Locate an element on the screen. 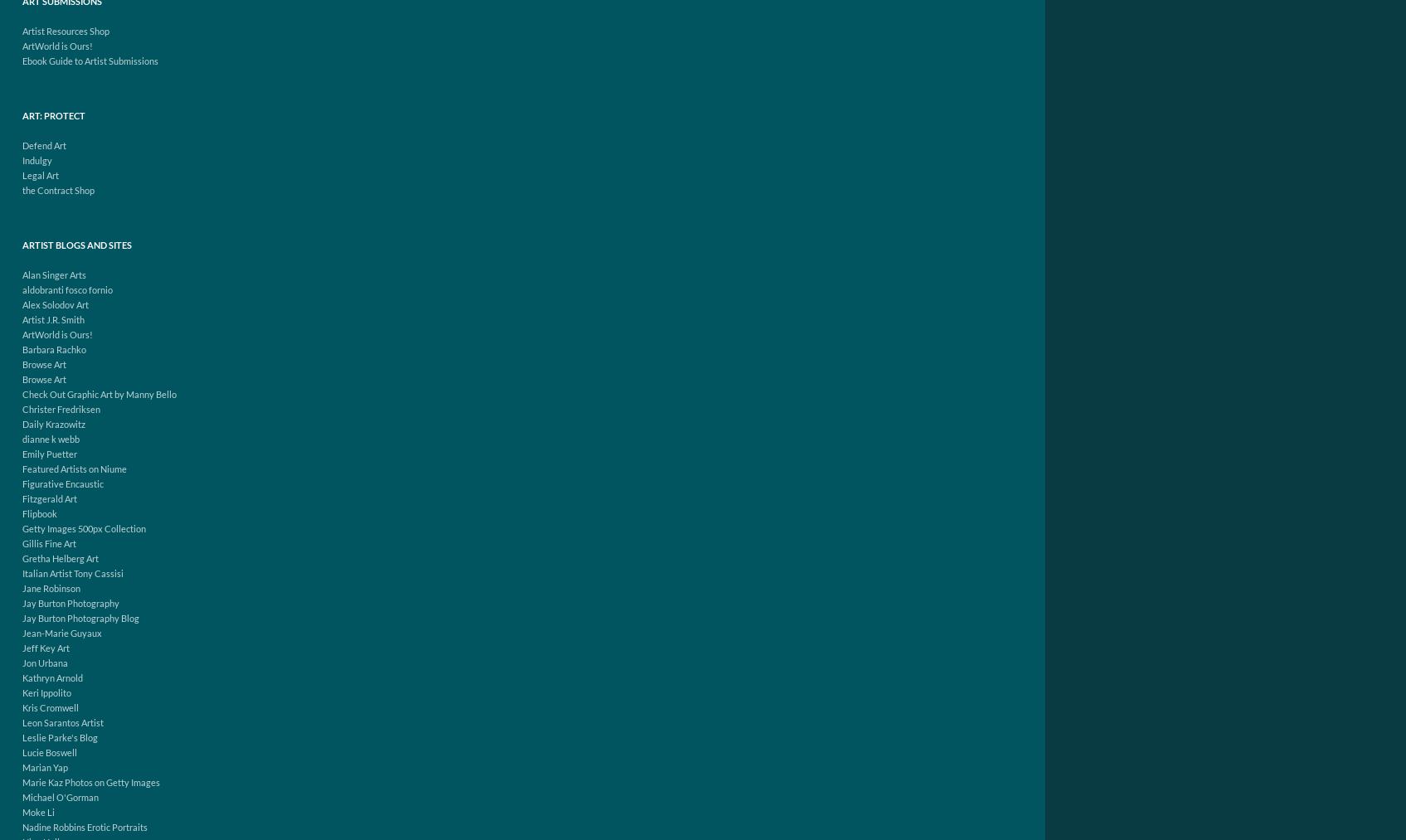  'Michael O'Gorman' is located at coordinates (60, 797).